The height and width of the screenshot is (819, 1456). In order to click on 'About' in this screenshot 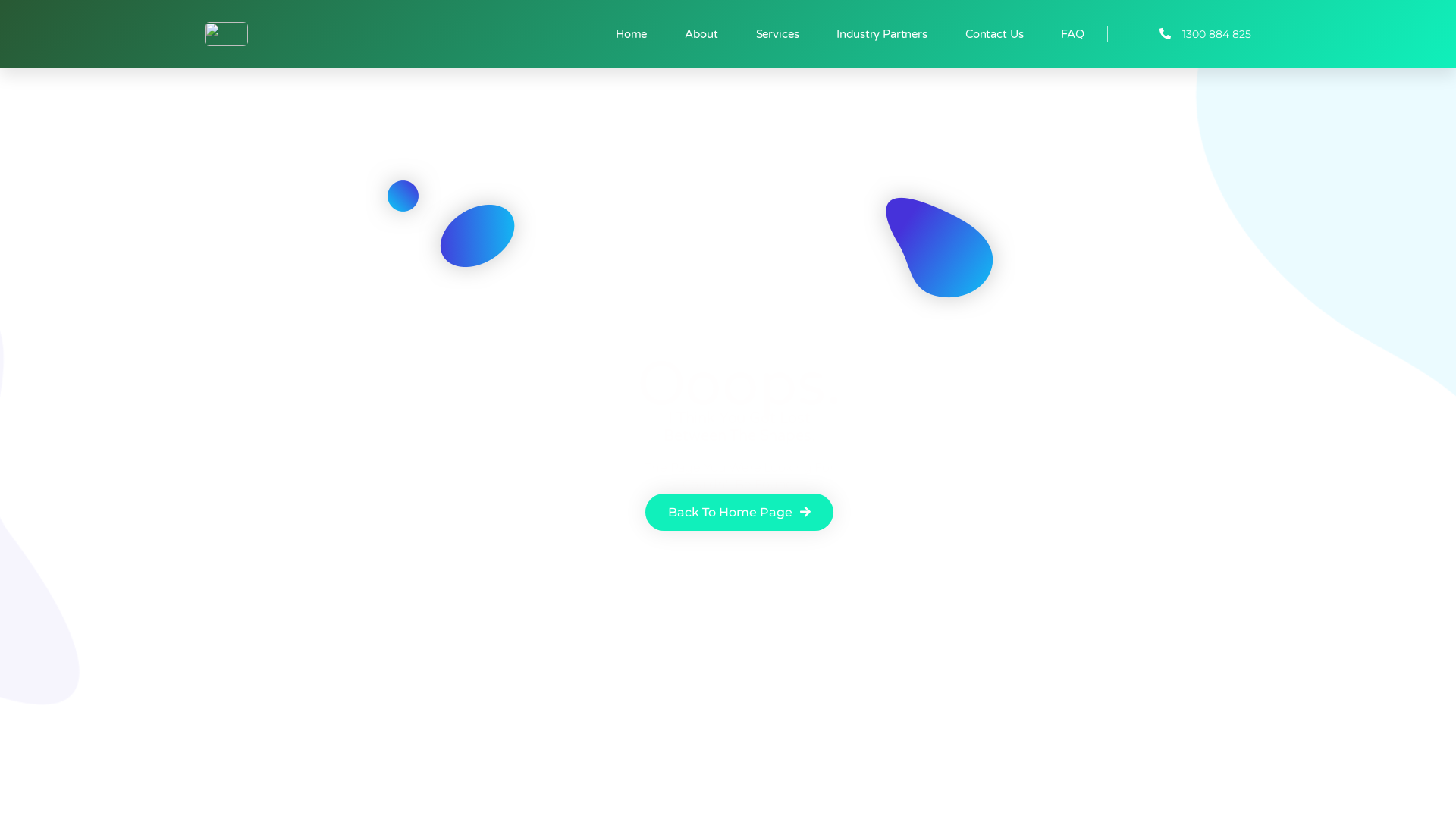, I will do `click(700, 34)`.